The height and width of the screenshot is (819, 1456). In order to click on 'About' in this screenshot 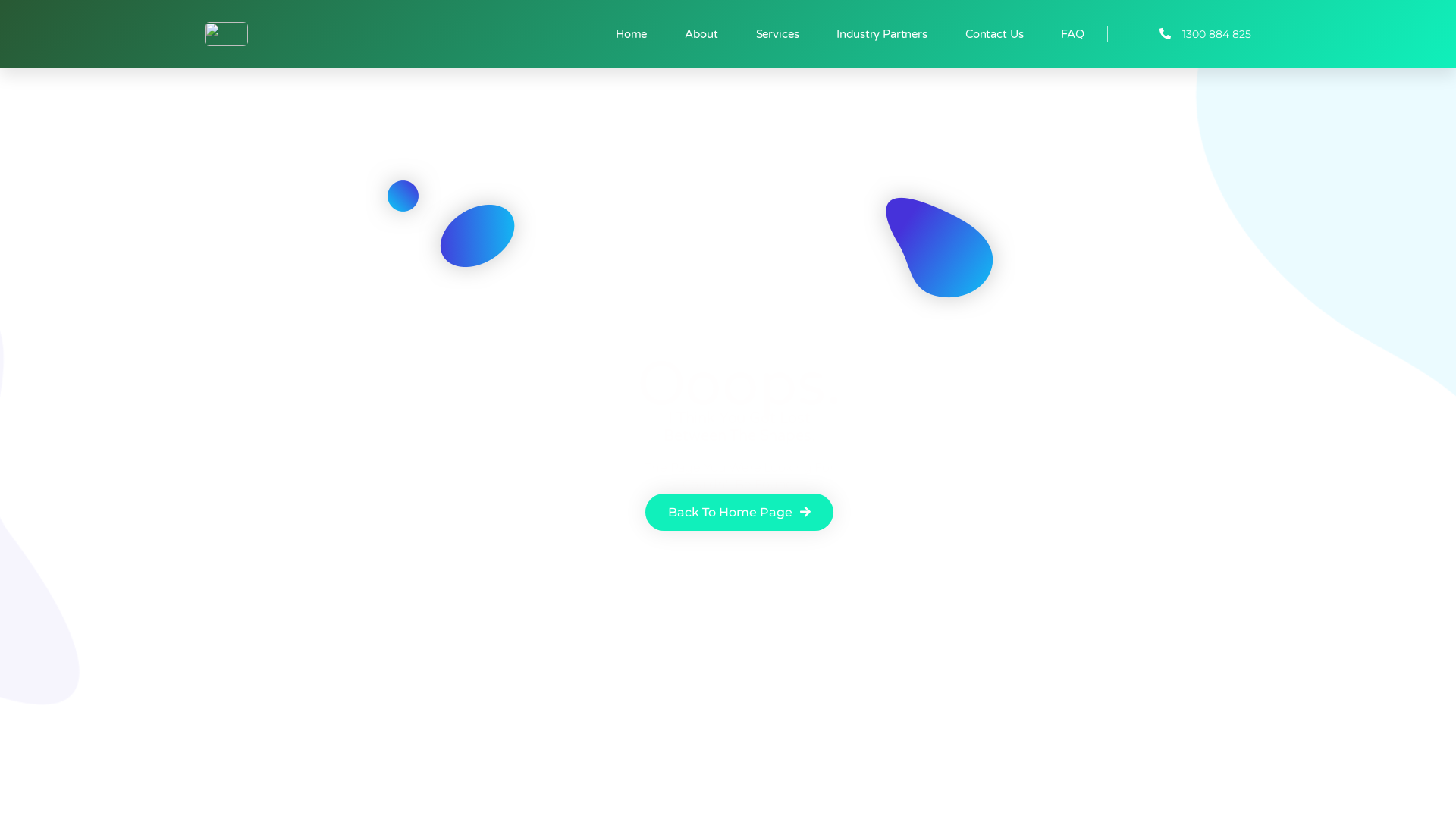, I will do `click(700, 34)`.